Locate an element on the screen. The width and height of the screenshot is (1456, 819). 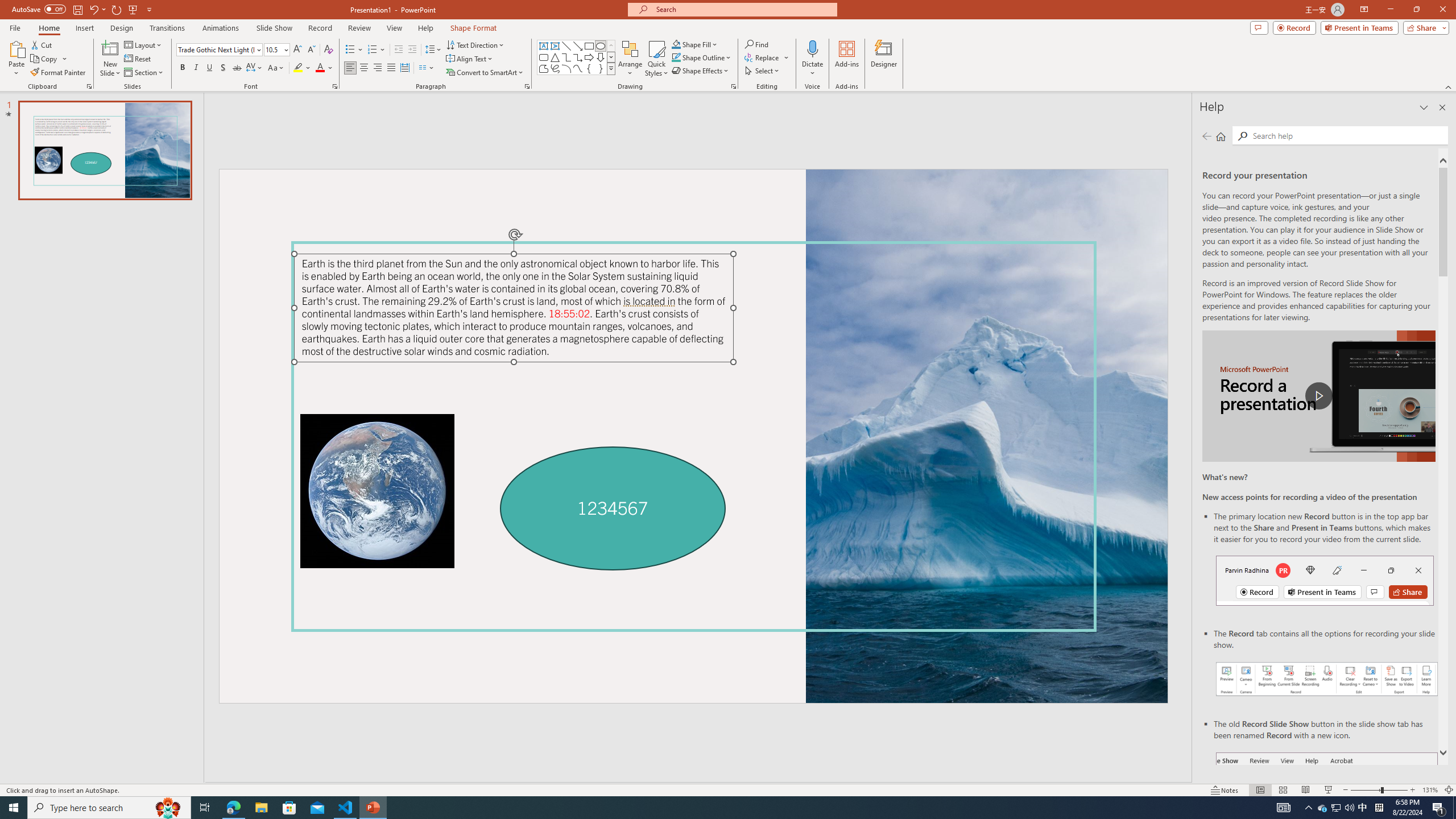
'Zoom' is located at coordinates (1379, 790).